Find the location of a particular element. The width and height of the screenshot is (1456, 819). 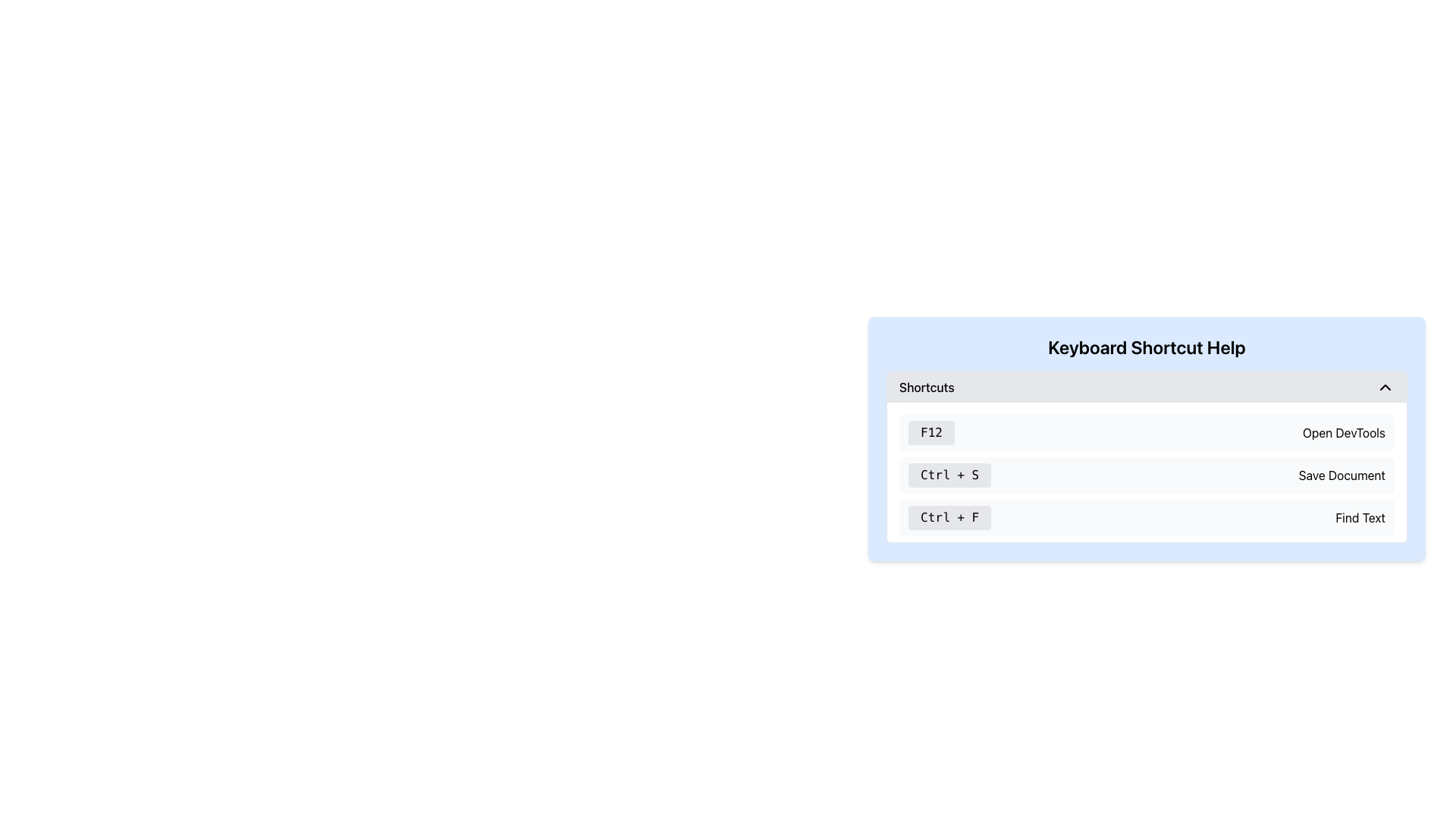

the Icon Button located on the far right side of the header section labeled 'Shortcuts' is located at coordinates (1385, 386).